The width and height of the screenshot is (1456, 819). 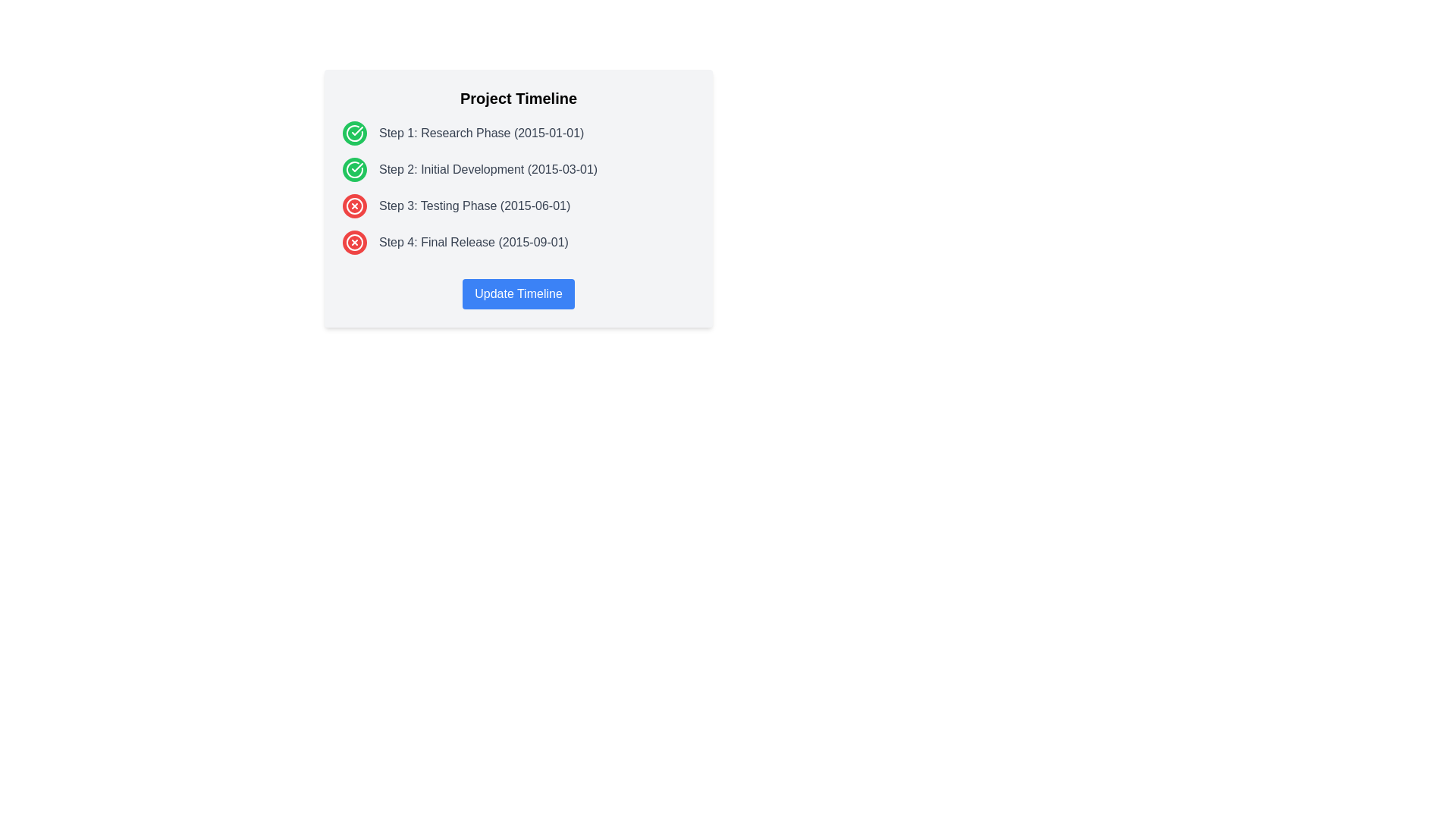 I want to click on the last step in the timeline, which is represented by a red icon and a cross symbol, indicating its specific status, so click(x=519, y=242).